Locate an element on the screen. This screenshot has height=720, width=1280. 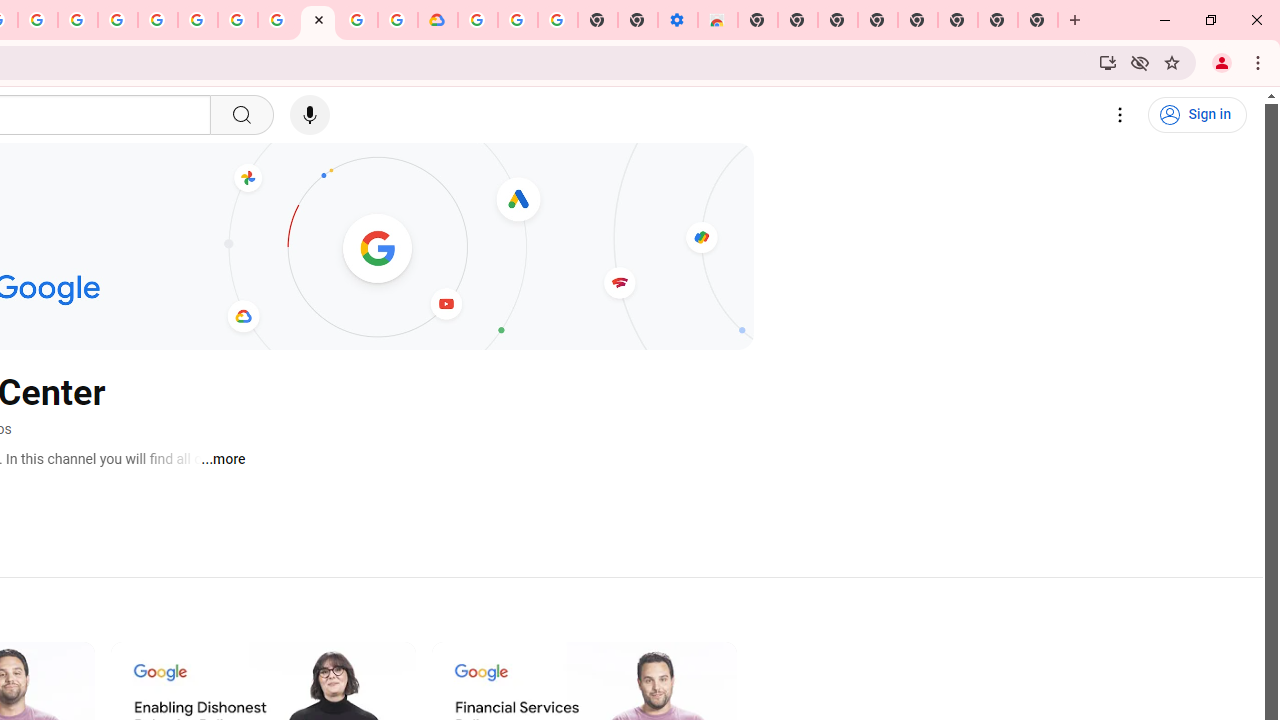
'New Tab' is located at coordinates (1038, 20).